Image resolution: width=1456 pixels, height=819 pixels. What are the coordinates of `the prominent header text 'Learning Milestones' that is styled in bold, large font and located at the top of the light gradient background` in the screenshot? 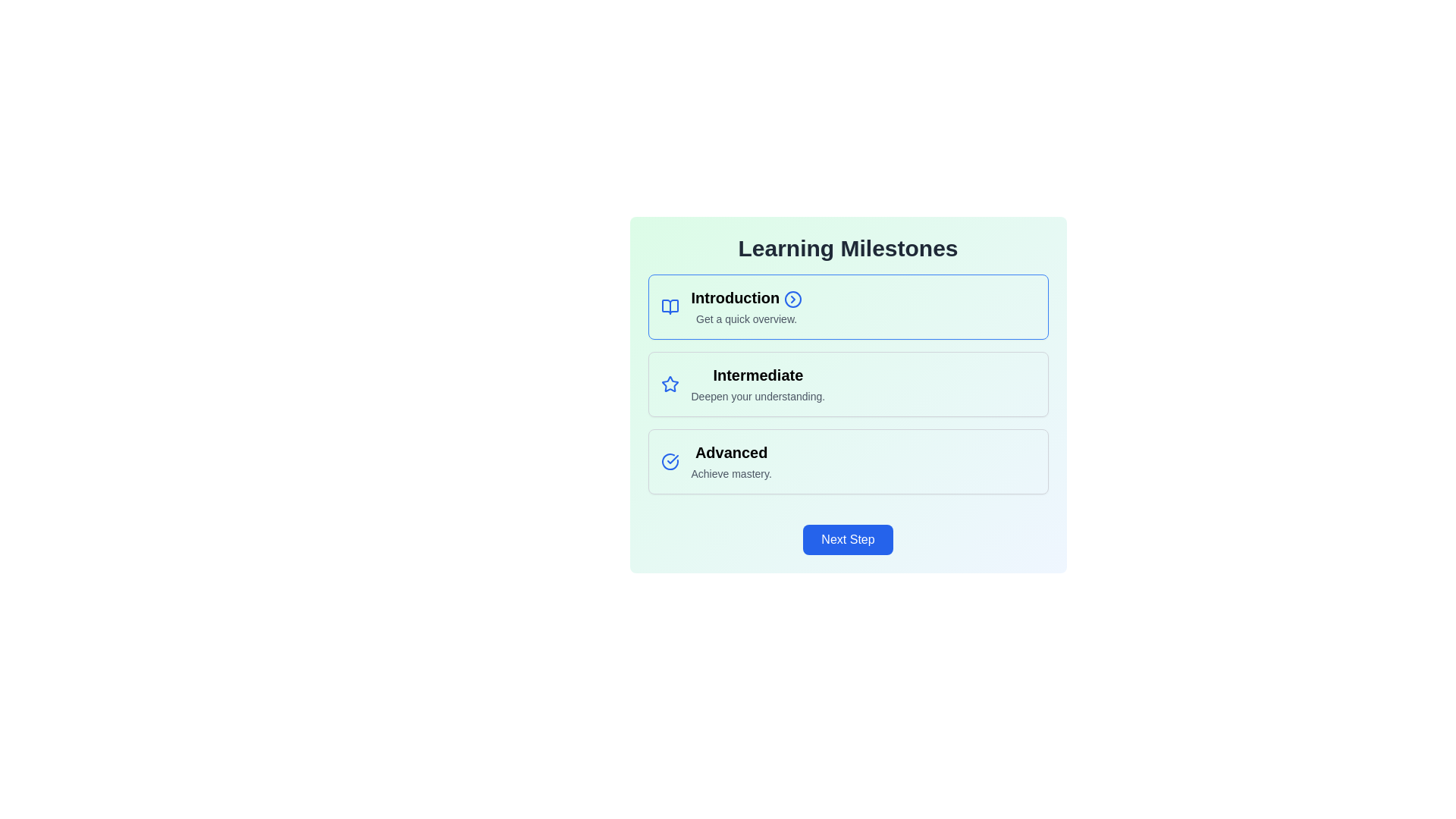 It's located at (847, 247).